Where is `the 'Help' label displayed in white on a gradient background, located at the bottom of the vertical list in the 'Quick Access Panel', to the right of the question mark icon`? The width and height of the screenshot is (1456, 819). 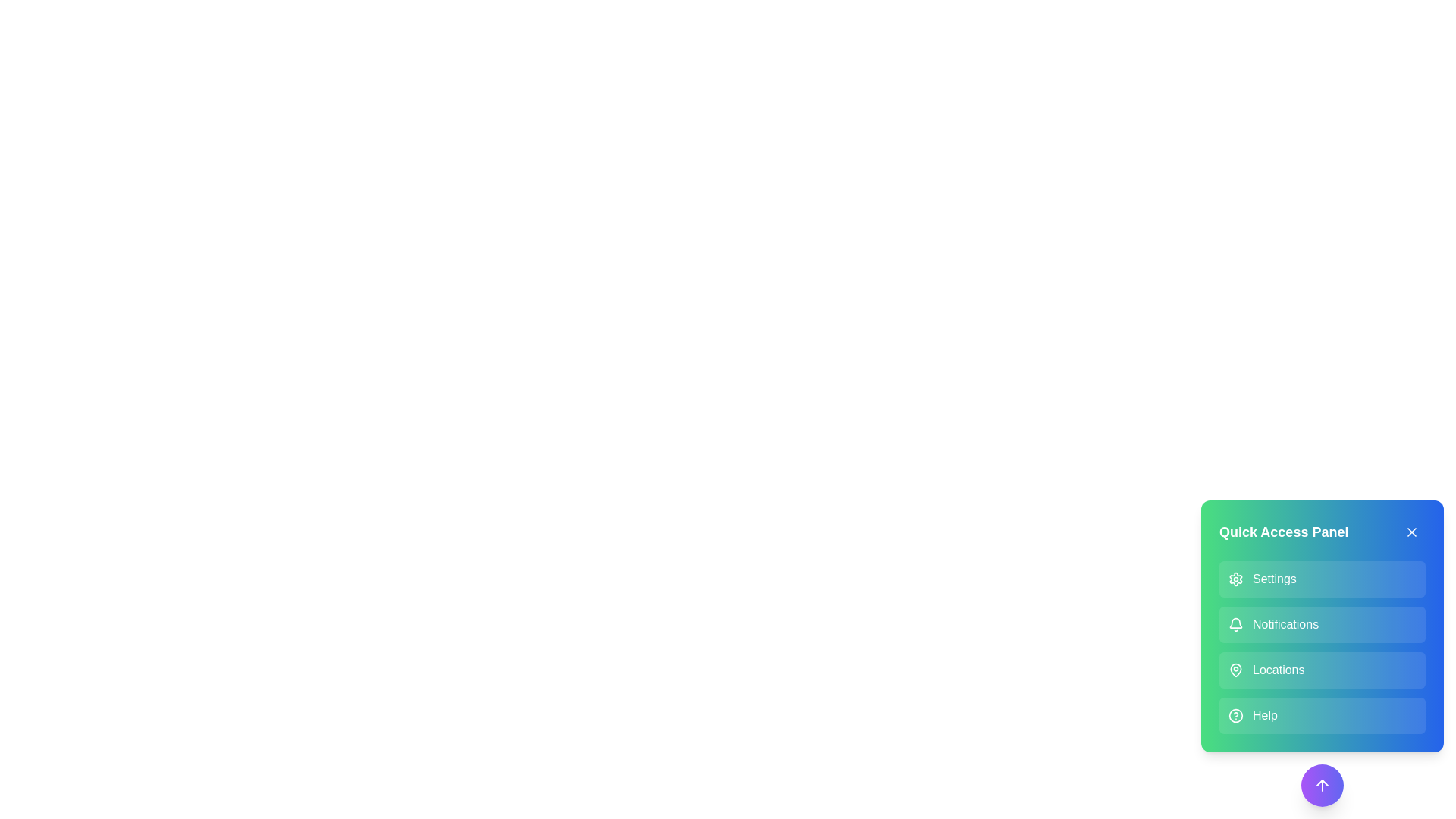 the 'Help' label displayed in white on a gradient background, located at the bottom of the vertical list in the 'Quick Access Panel', to the right of the question mark icon is located at coordinates (1265, 716).